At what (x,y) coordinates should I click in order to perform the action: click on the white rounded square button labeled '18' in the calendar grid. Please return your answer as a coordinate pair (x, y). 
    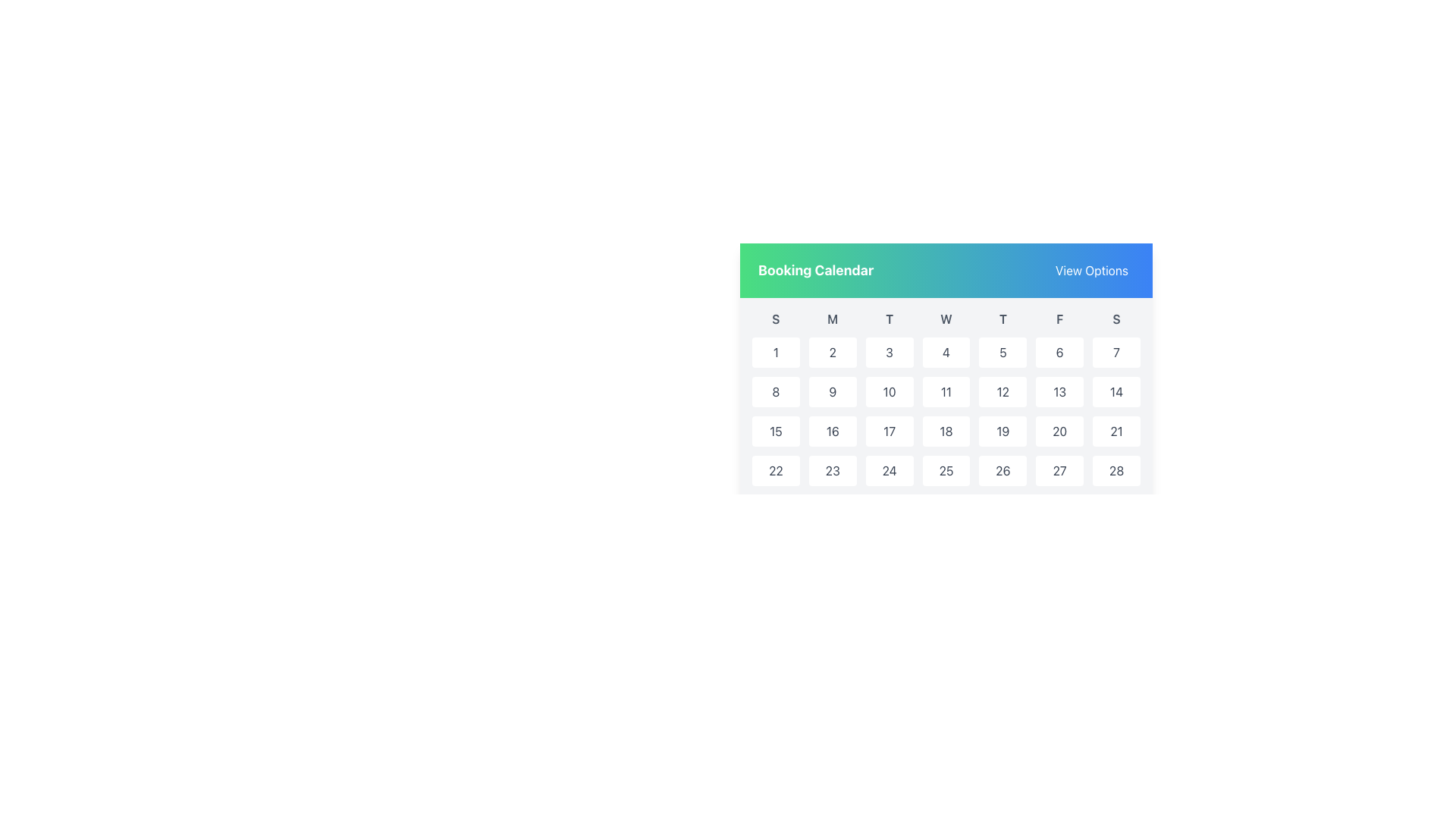
    Looking at the image, I should click on (946, 431).